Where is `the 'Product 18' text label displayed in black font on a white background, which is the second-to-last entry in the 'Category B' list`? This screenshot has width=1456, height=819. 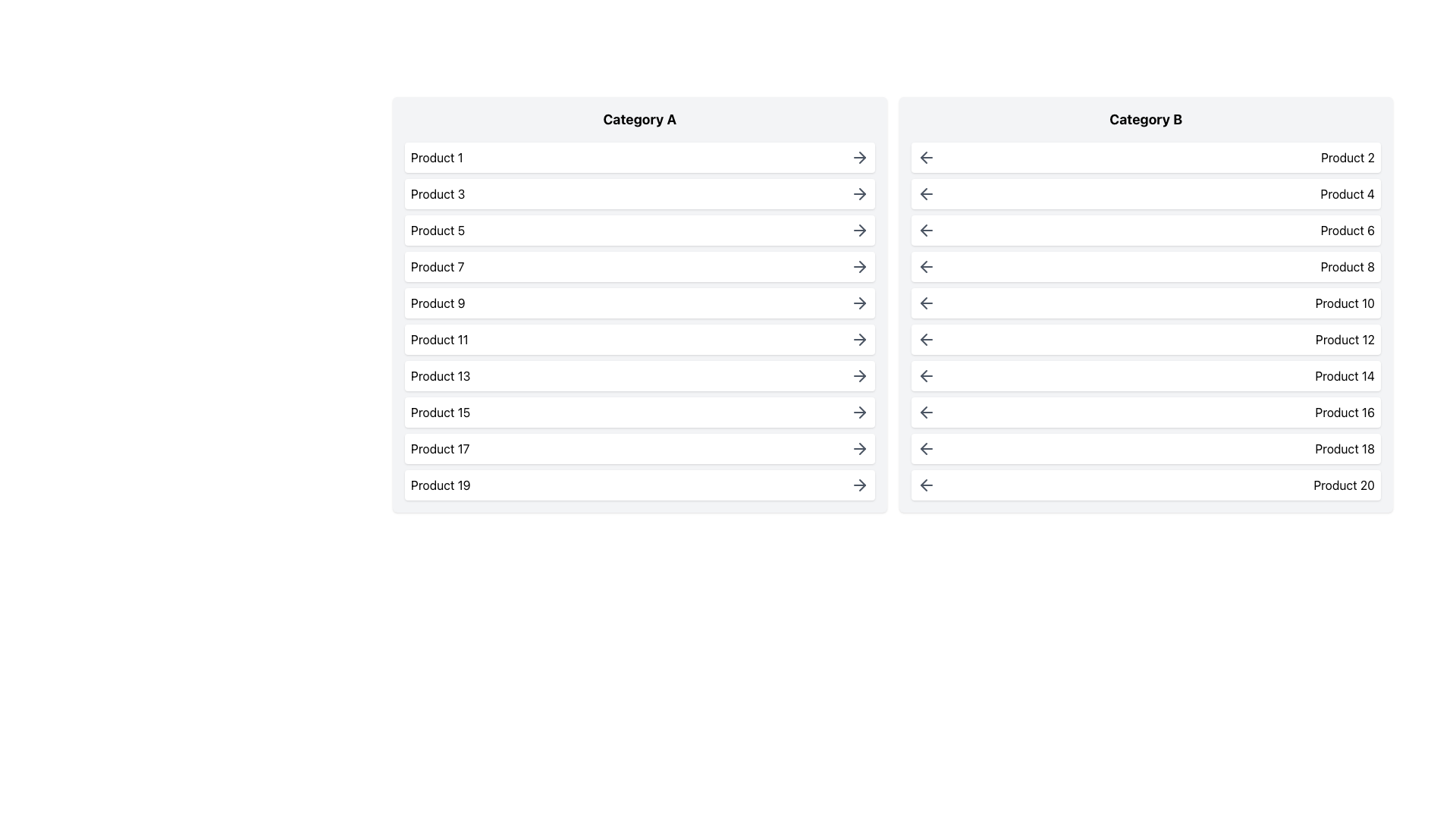 the 'Product 18' text label displayed in black font on a white background, which is the second-to-last entry in the 'Category B' list is located at coordinates (1345, 447).